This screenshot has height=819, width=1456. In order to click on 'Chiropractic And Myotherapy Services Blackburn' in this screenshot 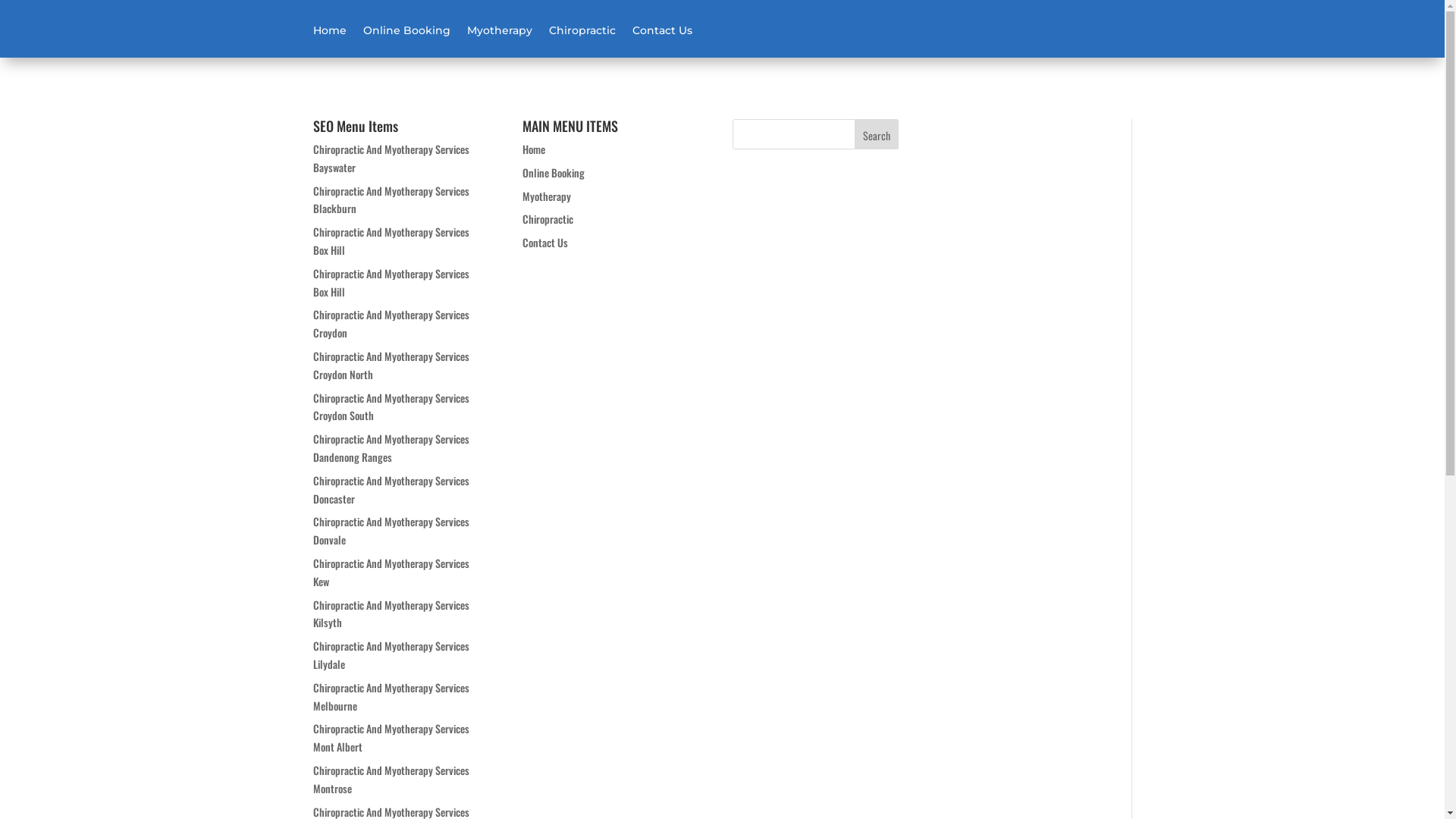, I will do `click(390, 199)`.